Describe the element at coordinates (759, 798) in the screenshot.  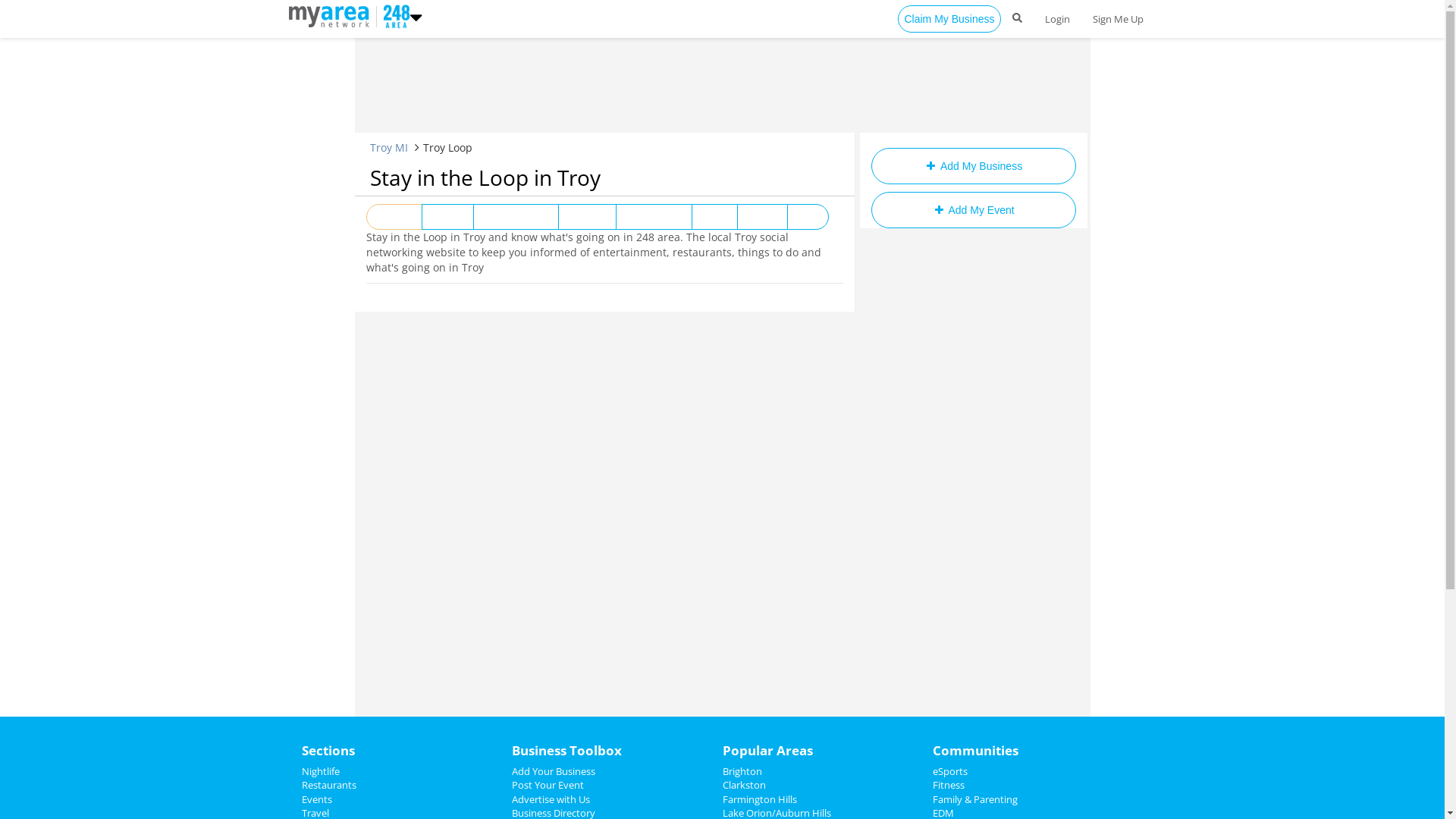
I see `'Farmington Hills'` at that location.